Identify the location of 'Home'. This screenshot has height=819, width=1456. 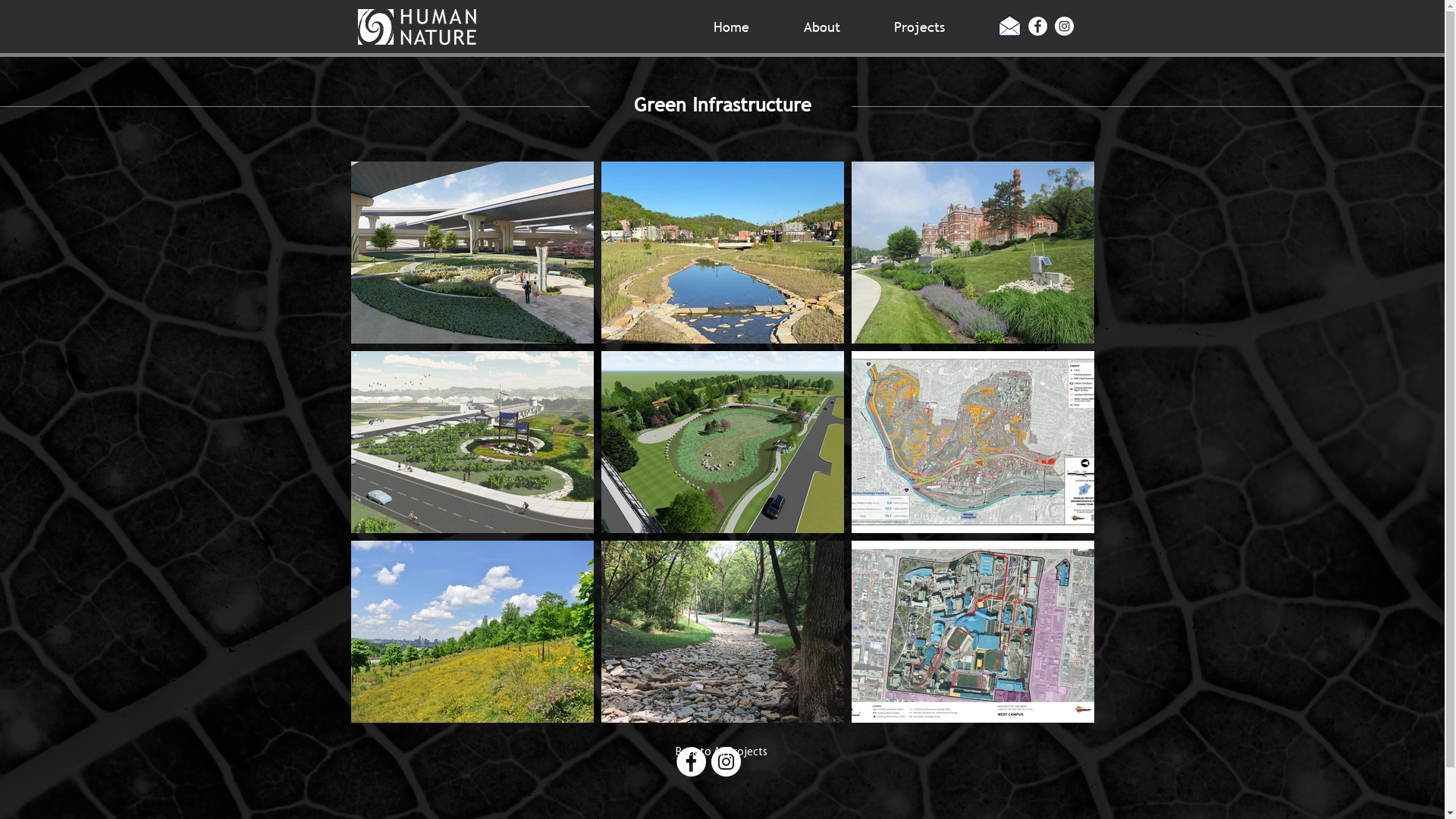
(747, 25).